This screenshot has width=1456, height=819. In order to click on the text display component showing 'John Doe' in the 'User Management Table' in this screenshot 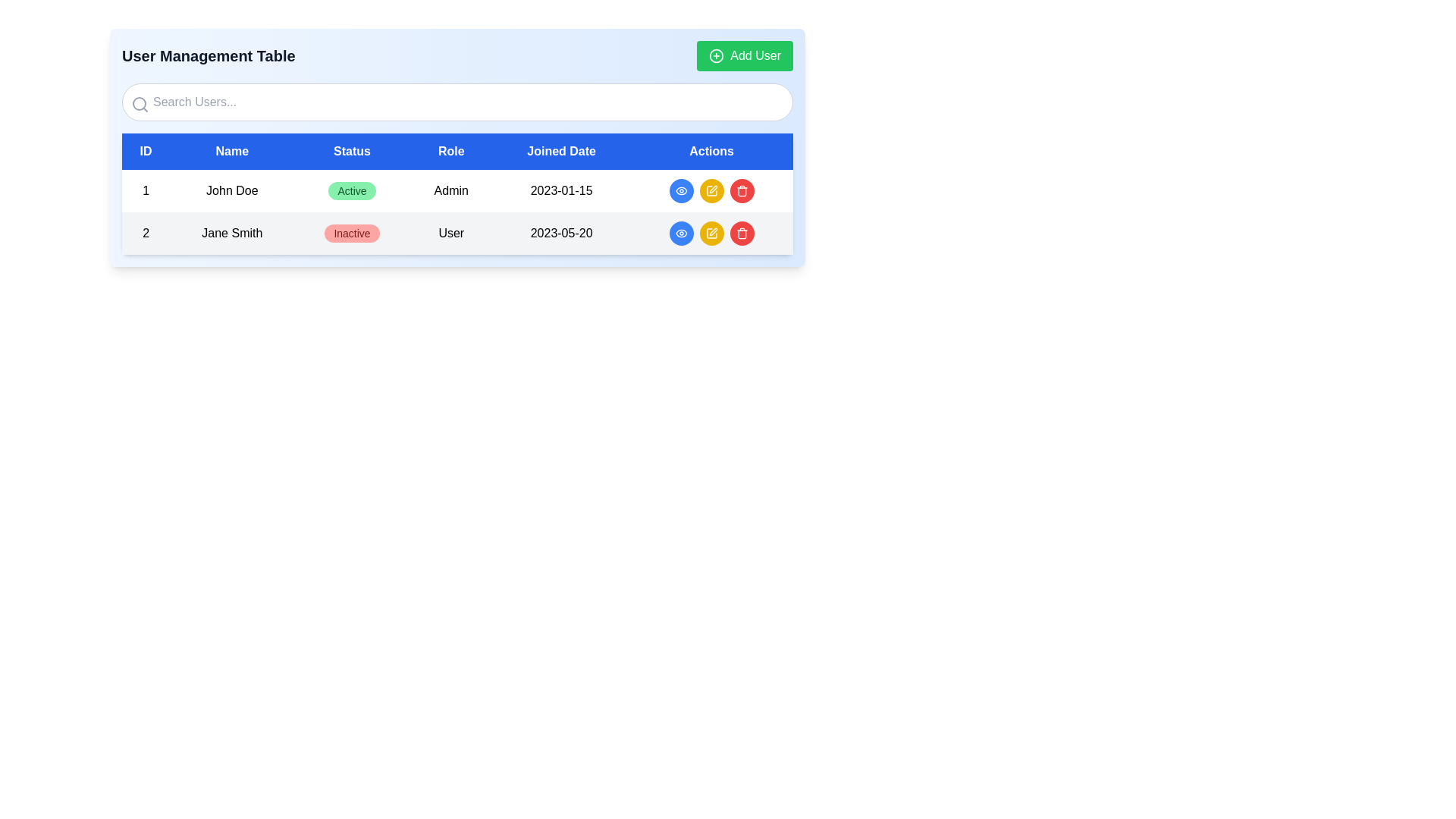, I will do `click(231, 190)`.